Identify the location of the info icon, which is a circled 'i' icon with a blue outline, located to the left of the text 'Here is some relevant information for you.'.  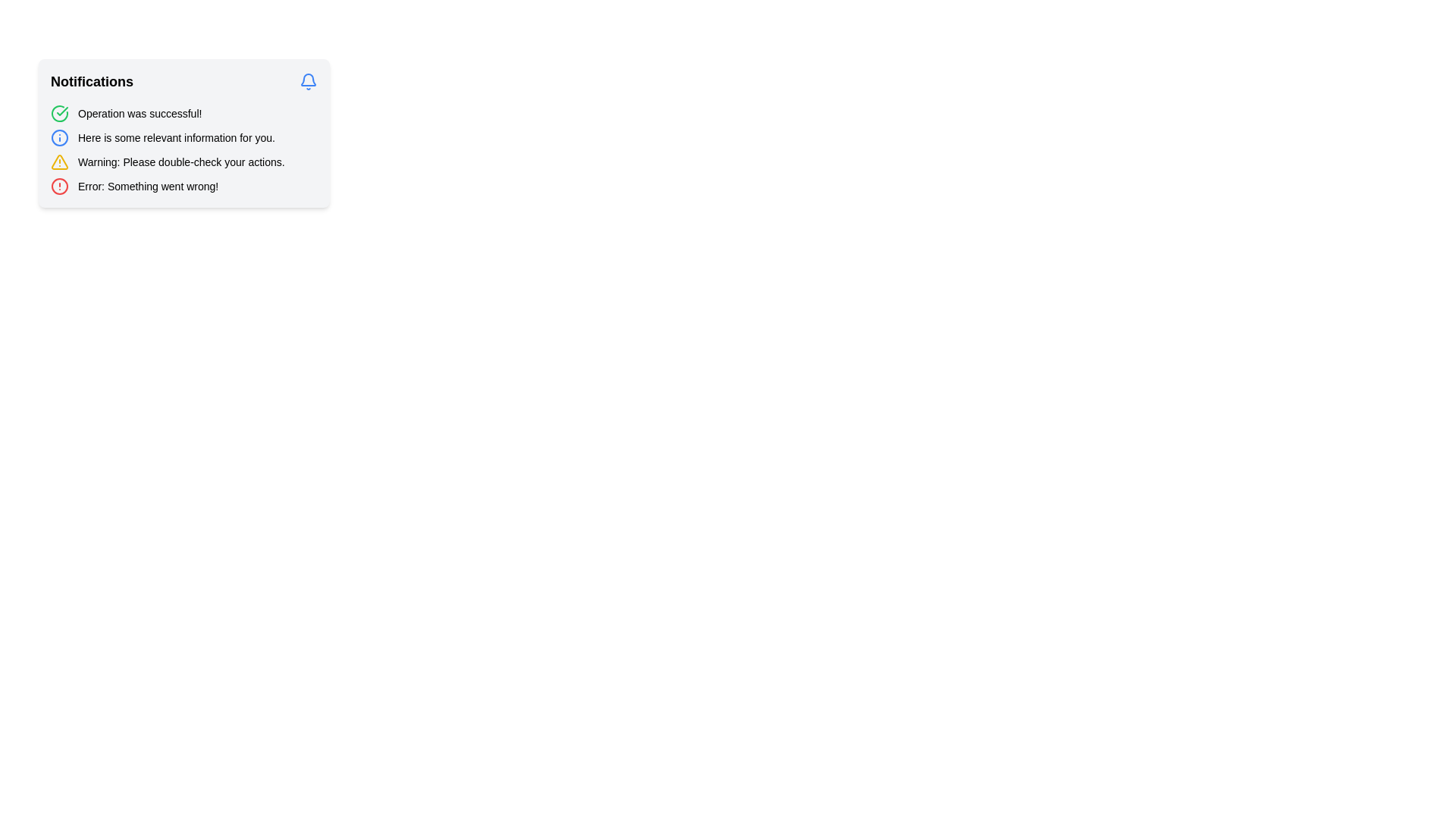
(59, 137).